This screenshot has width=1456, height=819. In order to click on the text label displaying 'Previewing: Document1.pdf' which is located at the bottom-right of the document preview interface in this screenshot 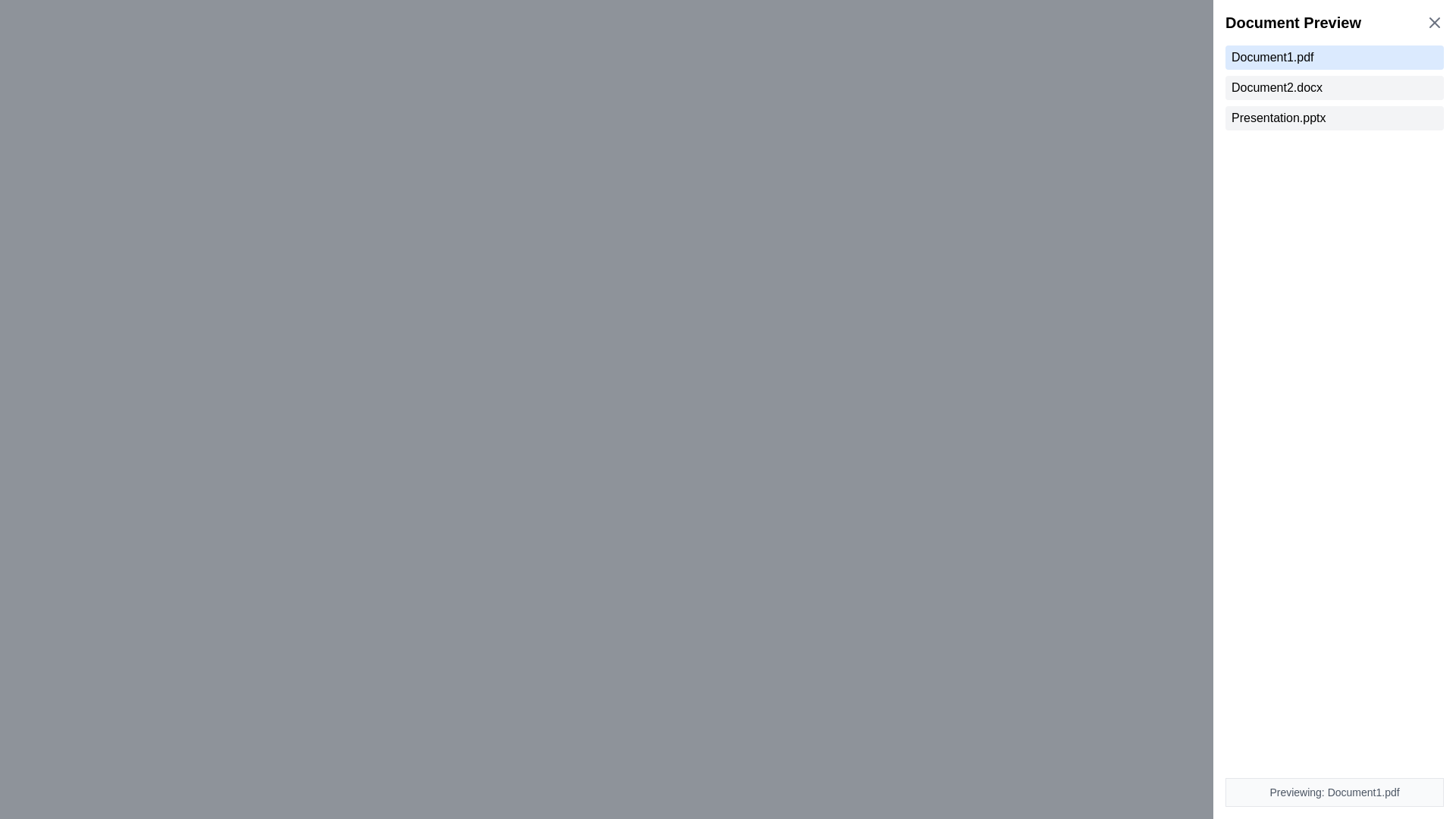, I will do `click(1335, 792)`.